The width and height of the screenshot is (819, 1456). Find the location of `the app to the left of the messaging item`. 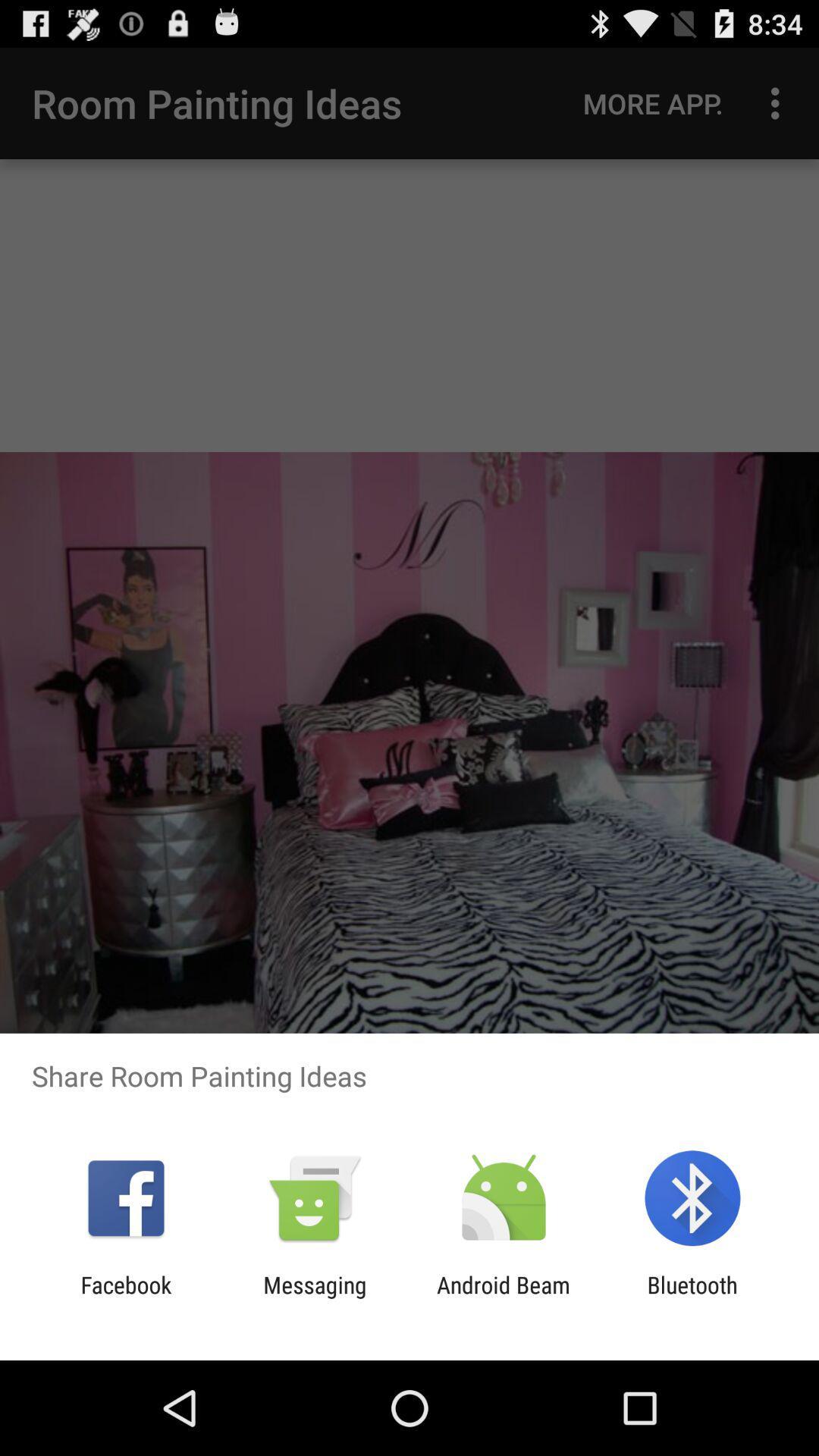

the app to the left of the messaging item is located at coordinates (125, 1298).